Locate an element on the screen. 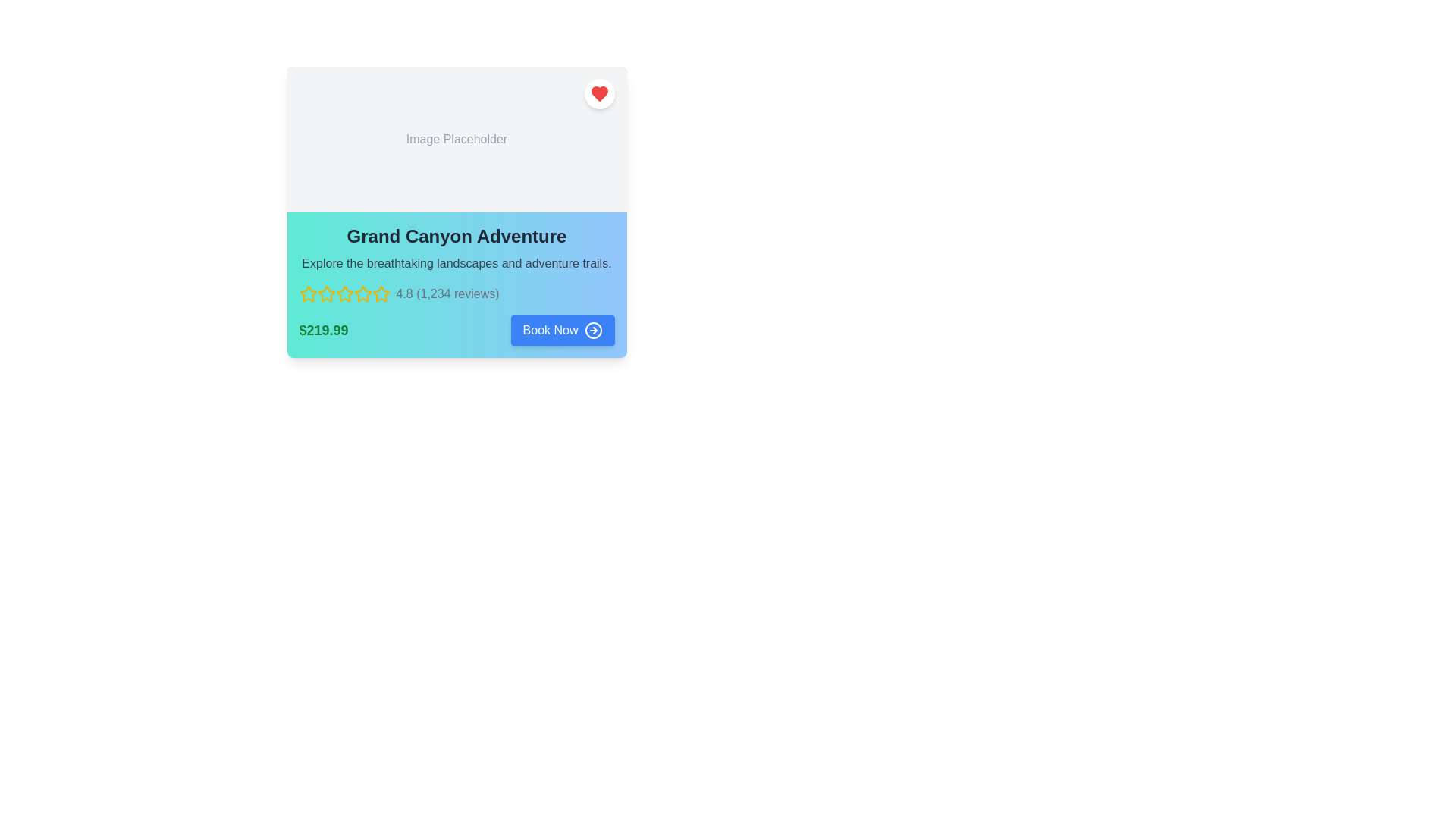 The height and width of the screenshot is (819, 1456). rating value displayed in the Text Label located to the right of the five star icons at the bottom section of the card-like interface is located at coordinates (447, 294).